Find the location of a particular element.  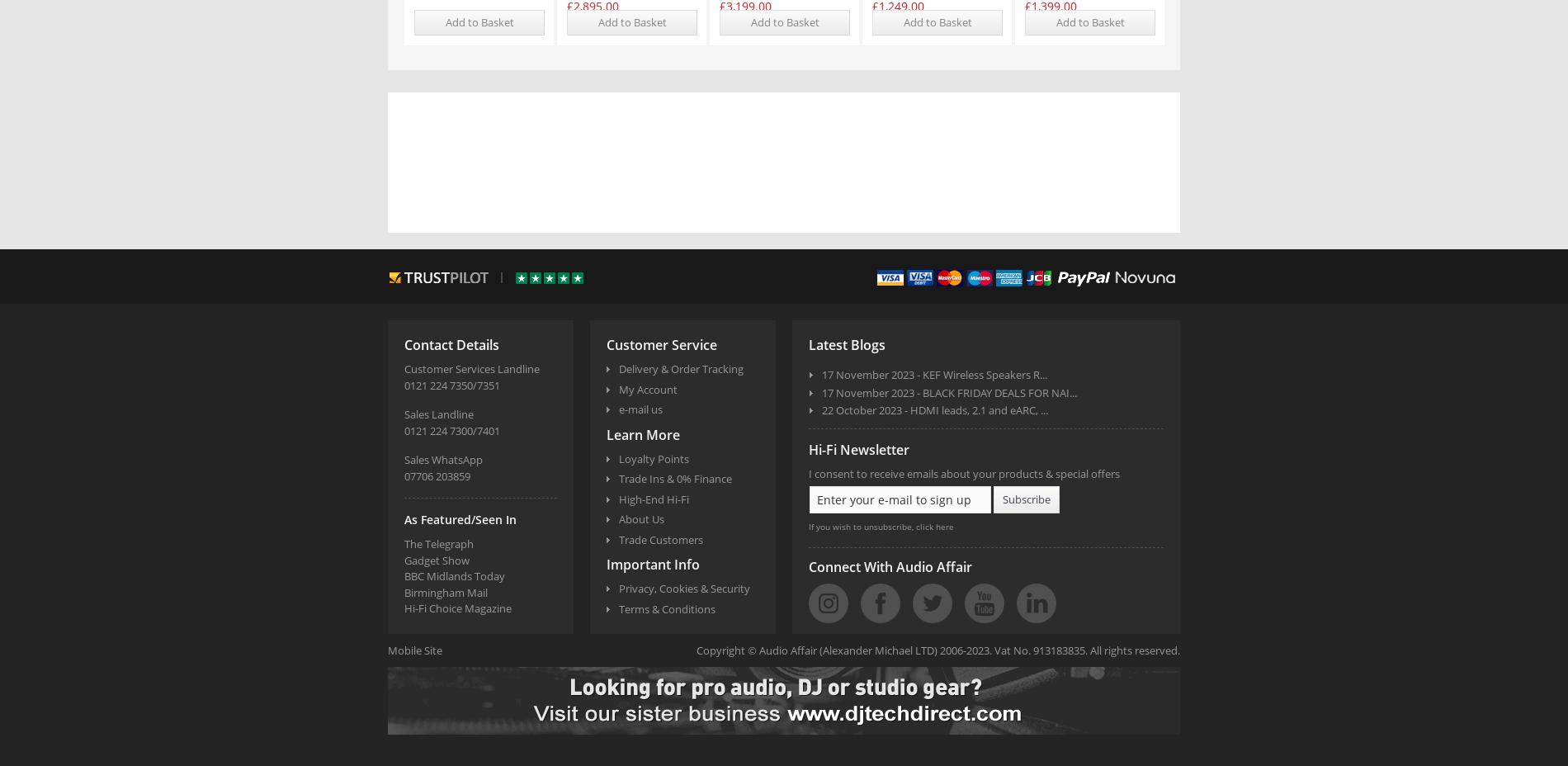

'Connect With Audio Affair' is located at coordinates (890, 565).